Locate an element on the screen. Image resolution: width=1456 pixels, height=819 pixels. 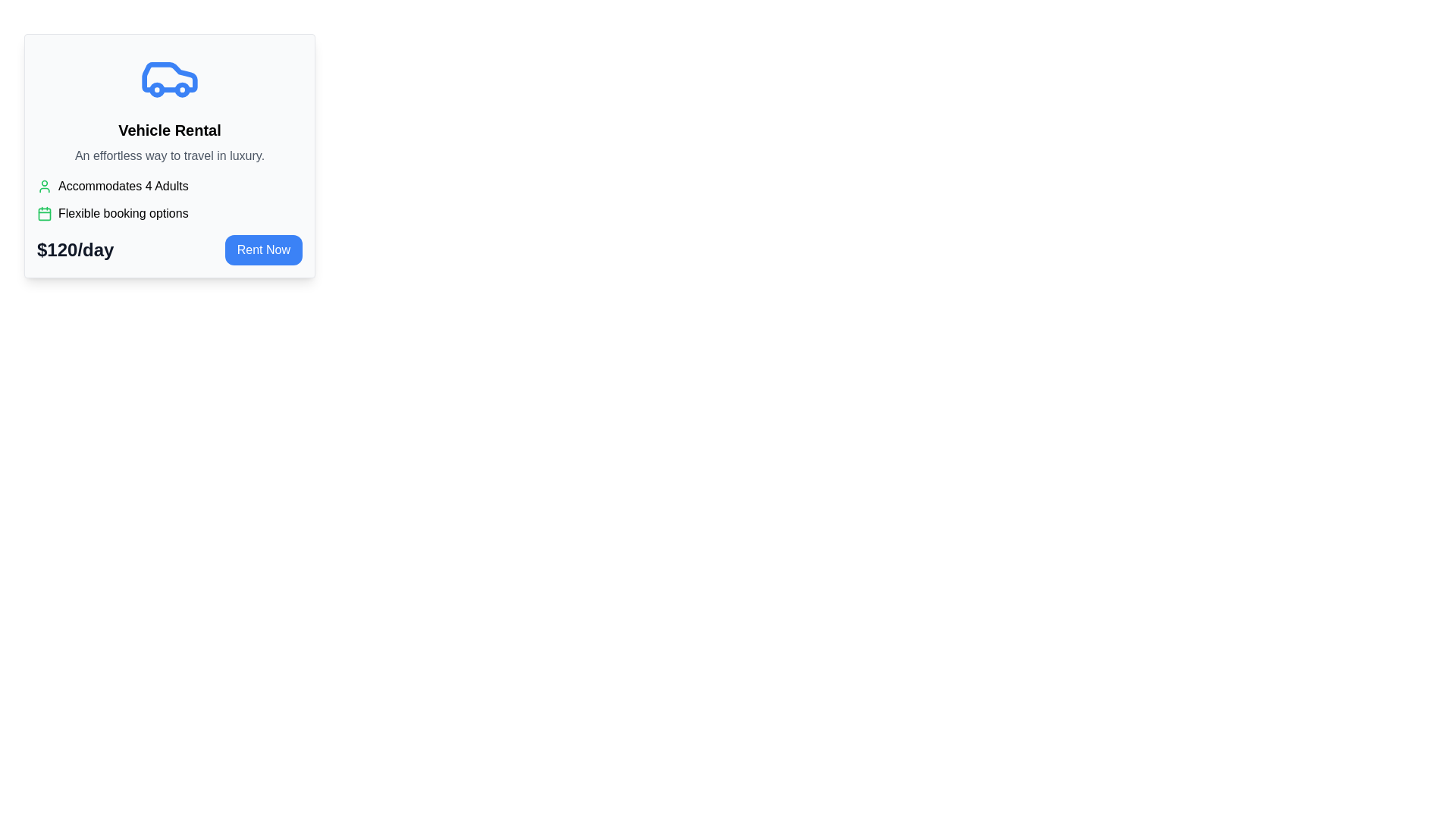
the informative text about flexible booking options for the vehicle rental, located below 'Accommodates 4 Adults' and above the pricing information '$120/day' is located at coordinates (170, 213).